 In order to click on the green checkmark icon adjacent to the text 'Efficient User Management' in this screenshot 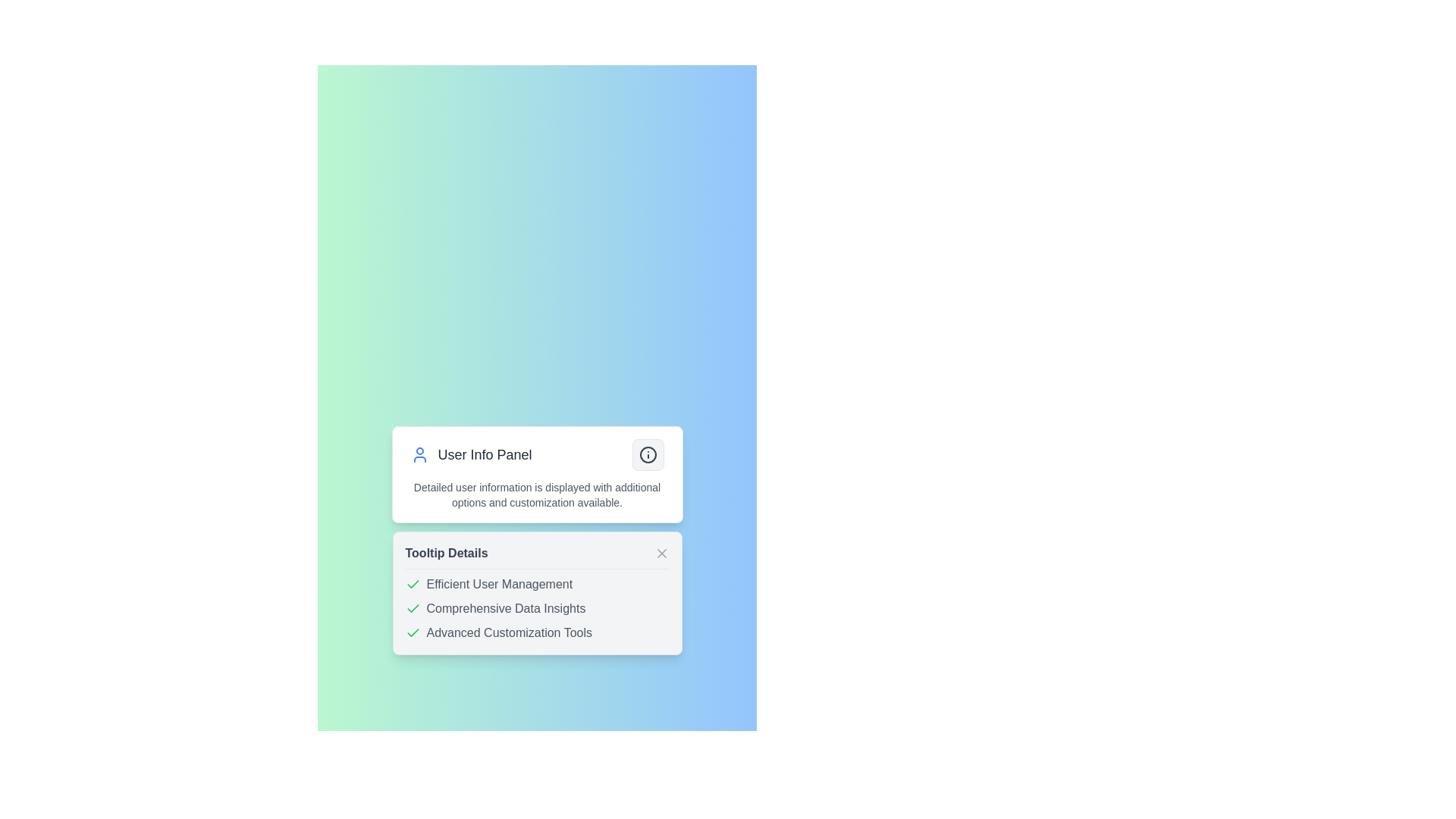, I will do `click(413, 584)`.